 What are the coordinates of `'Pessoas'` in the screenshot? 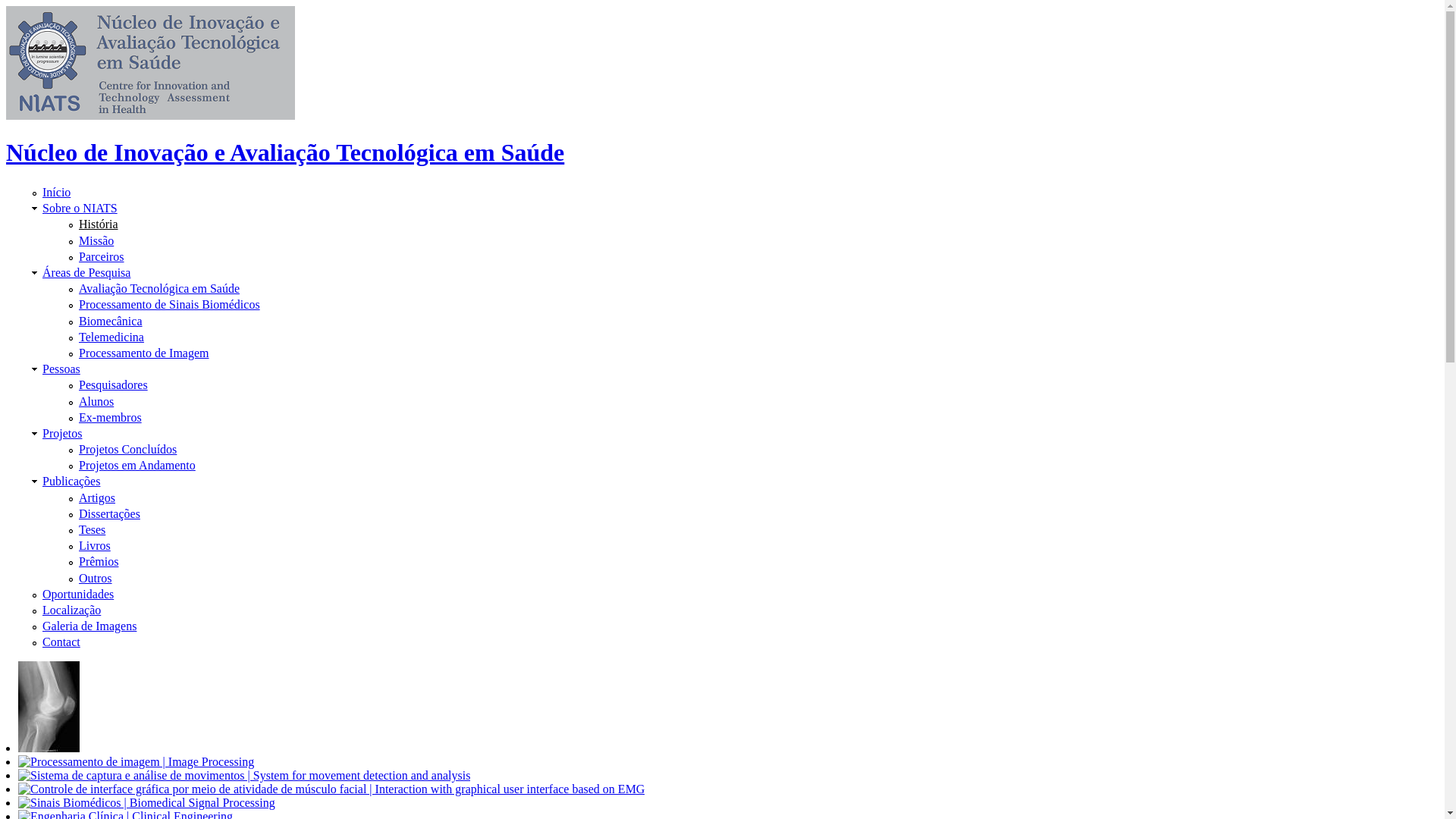 It's located at (61, 369).